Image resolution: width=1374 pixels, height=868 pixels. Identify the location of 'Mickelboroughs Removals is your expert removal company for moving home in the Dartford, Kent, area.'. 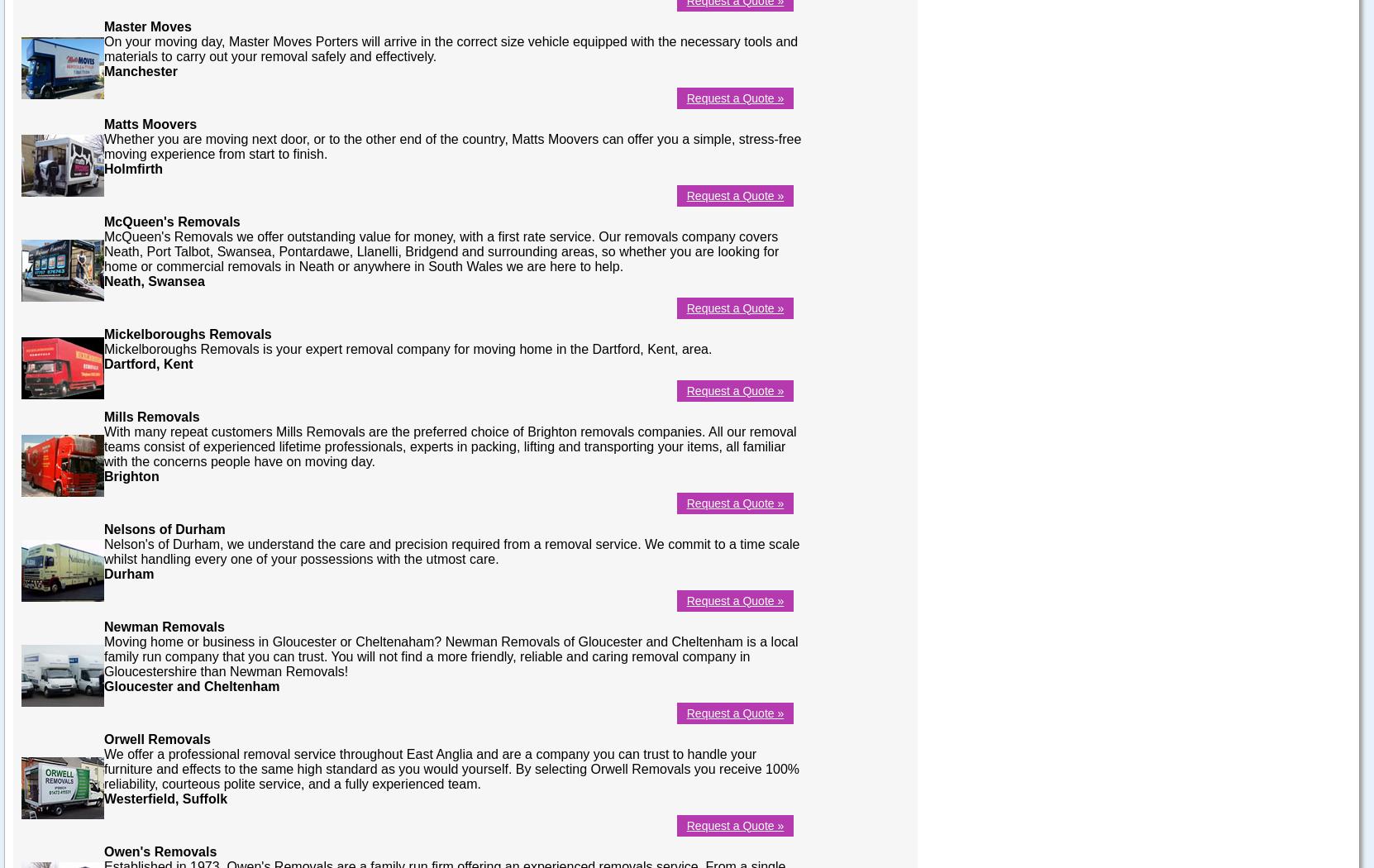
(408, 347).